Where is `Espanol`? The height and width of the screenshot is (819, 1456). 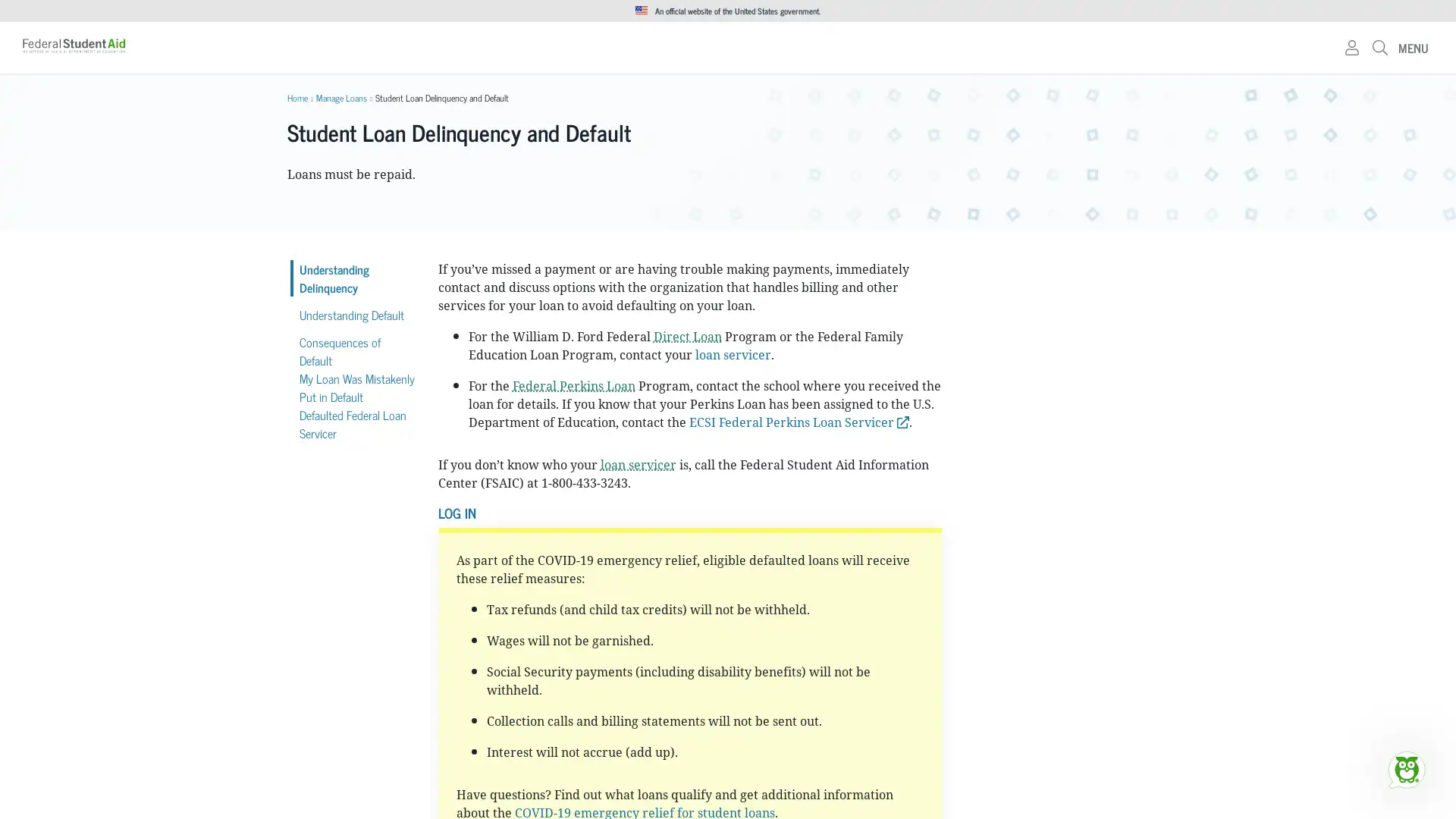 Espanol is located at coordinates (1153, 11).